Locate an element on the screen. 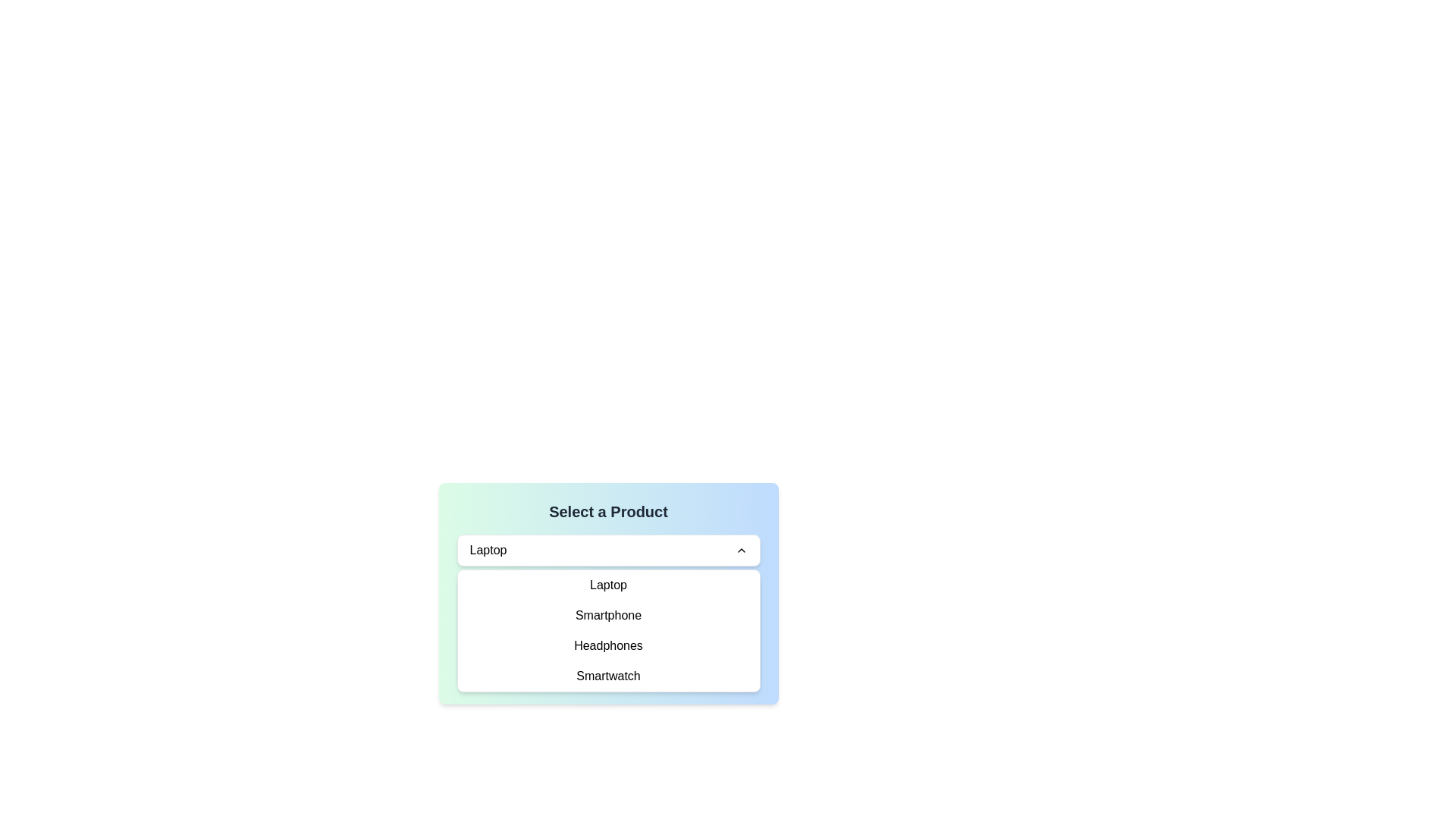  the 'Laptop' dropdown menu item is located at coordinates (608, 591).